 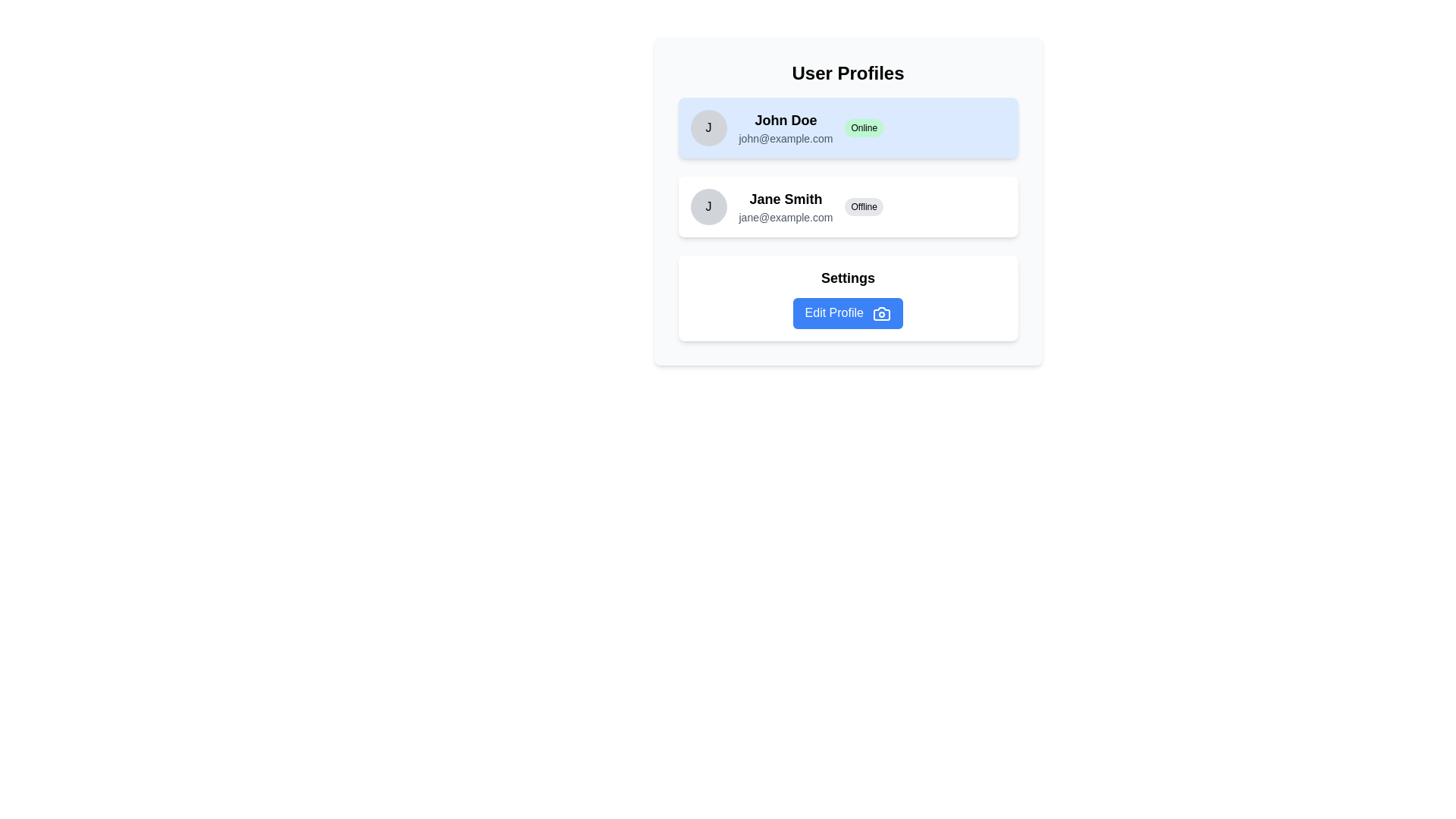 I want to click on the 'Edit Profile' button with a blue background and white text, located in the 'Settings' section below the 'Settings' label, so click(x=847, y=312).